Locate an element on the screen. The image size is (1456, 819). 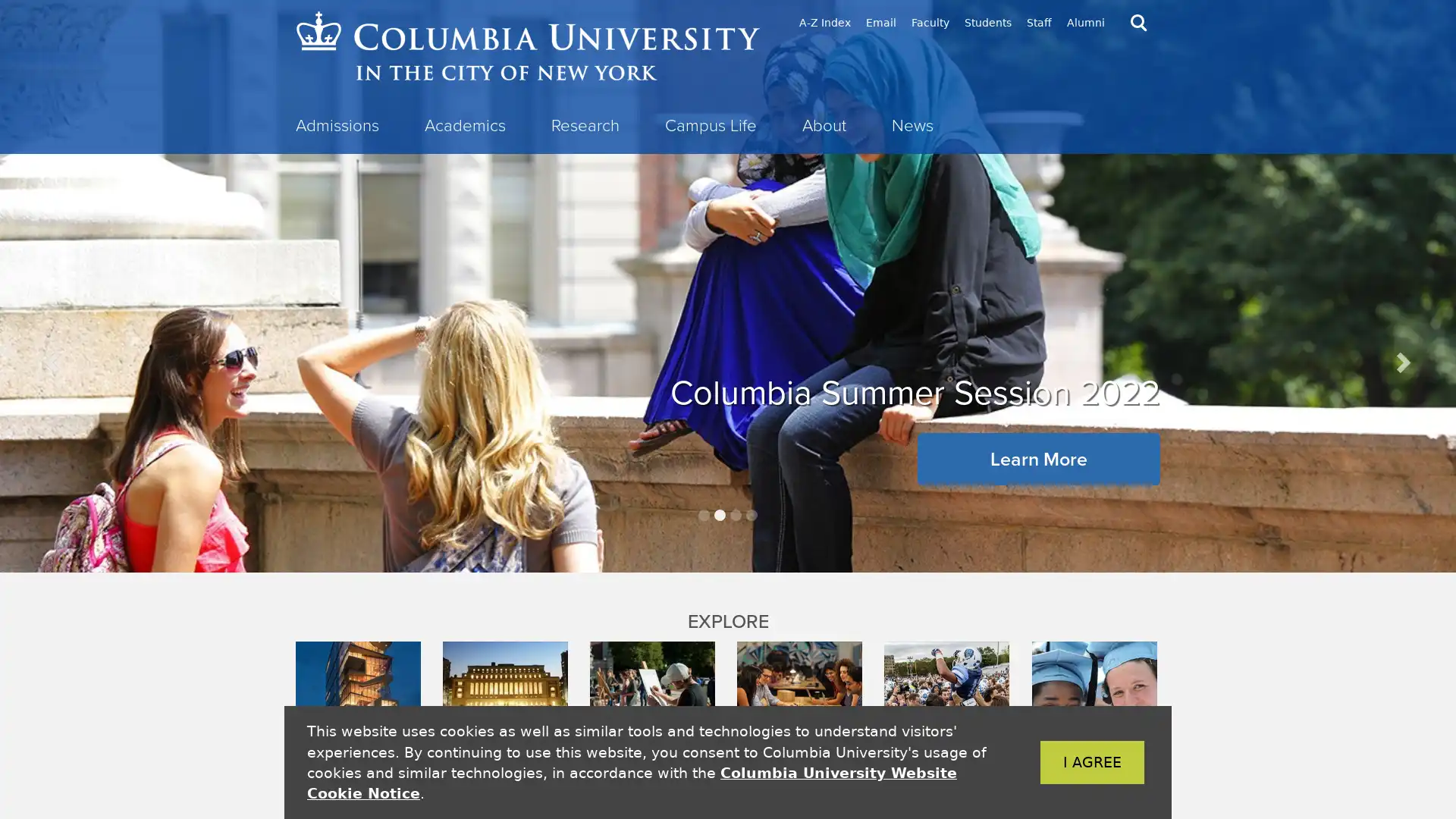
Share Your Thoughts is located at coordinates (728, 469).